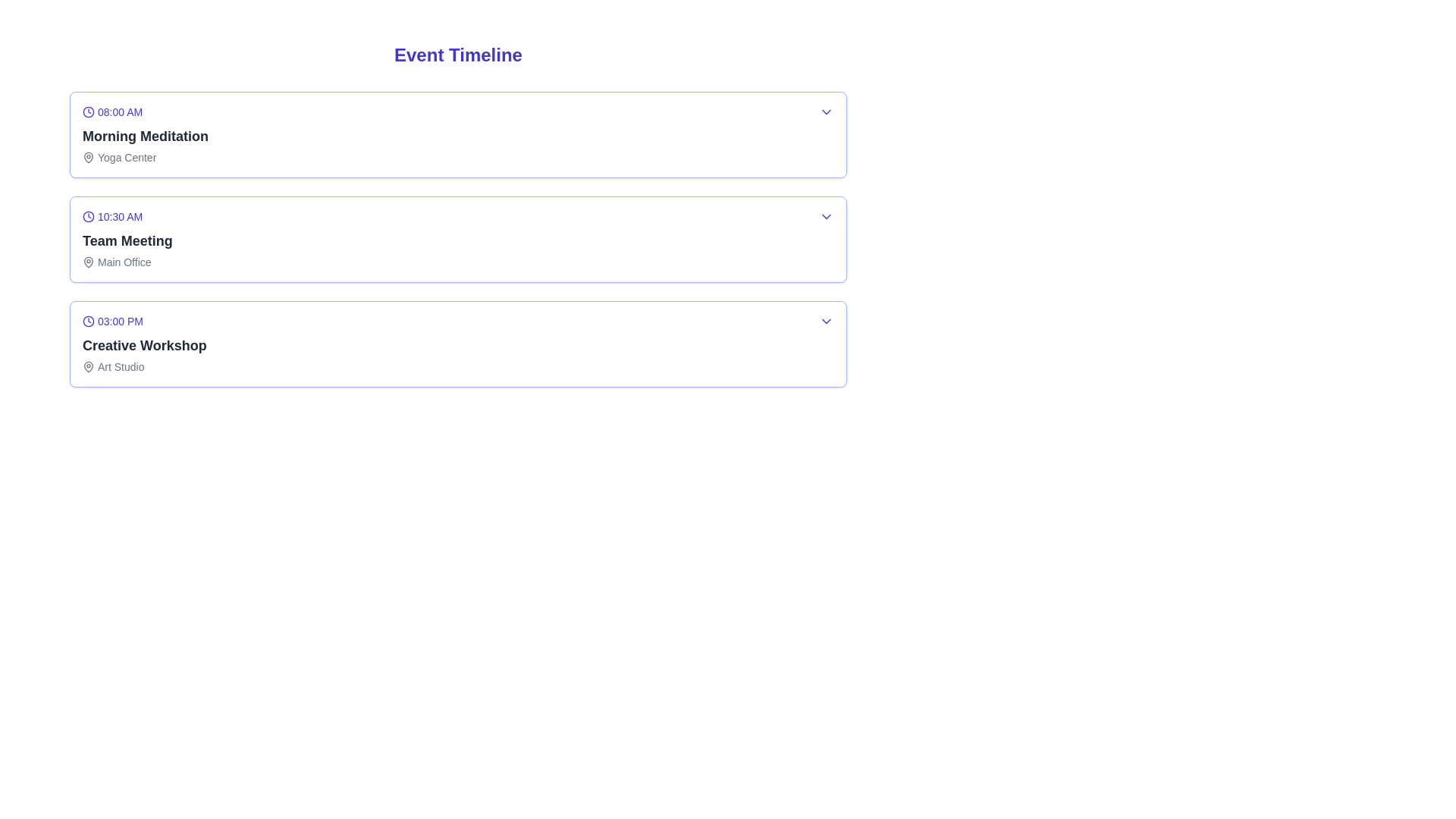 The height and width of the screenshot is (819, 1456). I want to click on the small circular clock icon located to the left of the time text '10:30 AM' within the second event card, so click(87, 216).